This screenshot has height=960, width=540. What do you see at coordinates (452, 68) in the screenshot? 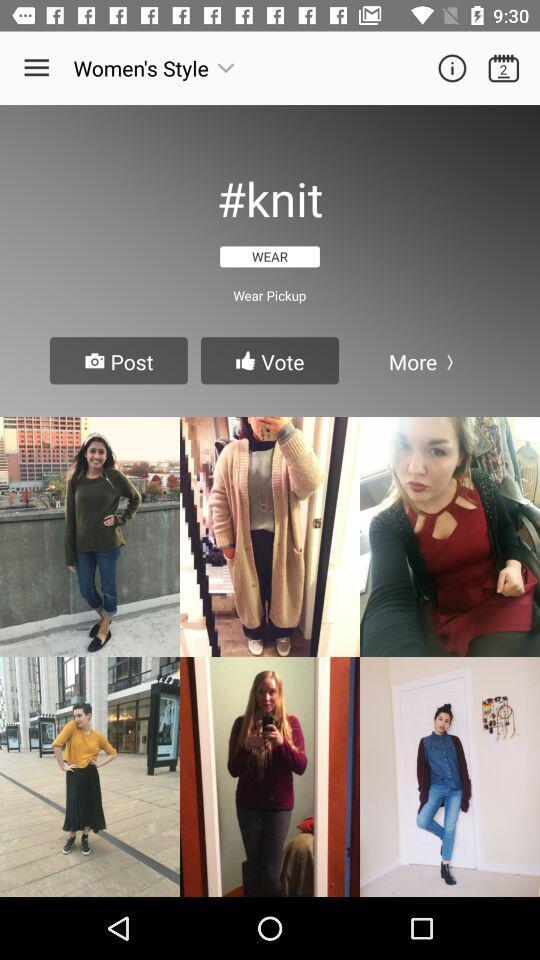
I see `details` at bounding box center [452, 68].